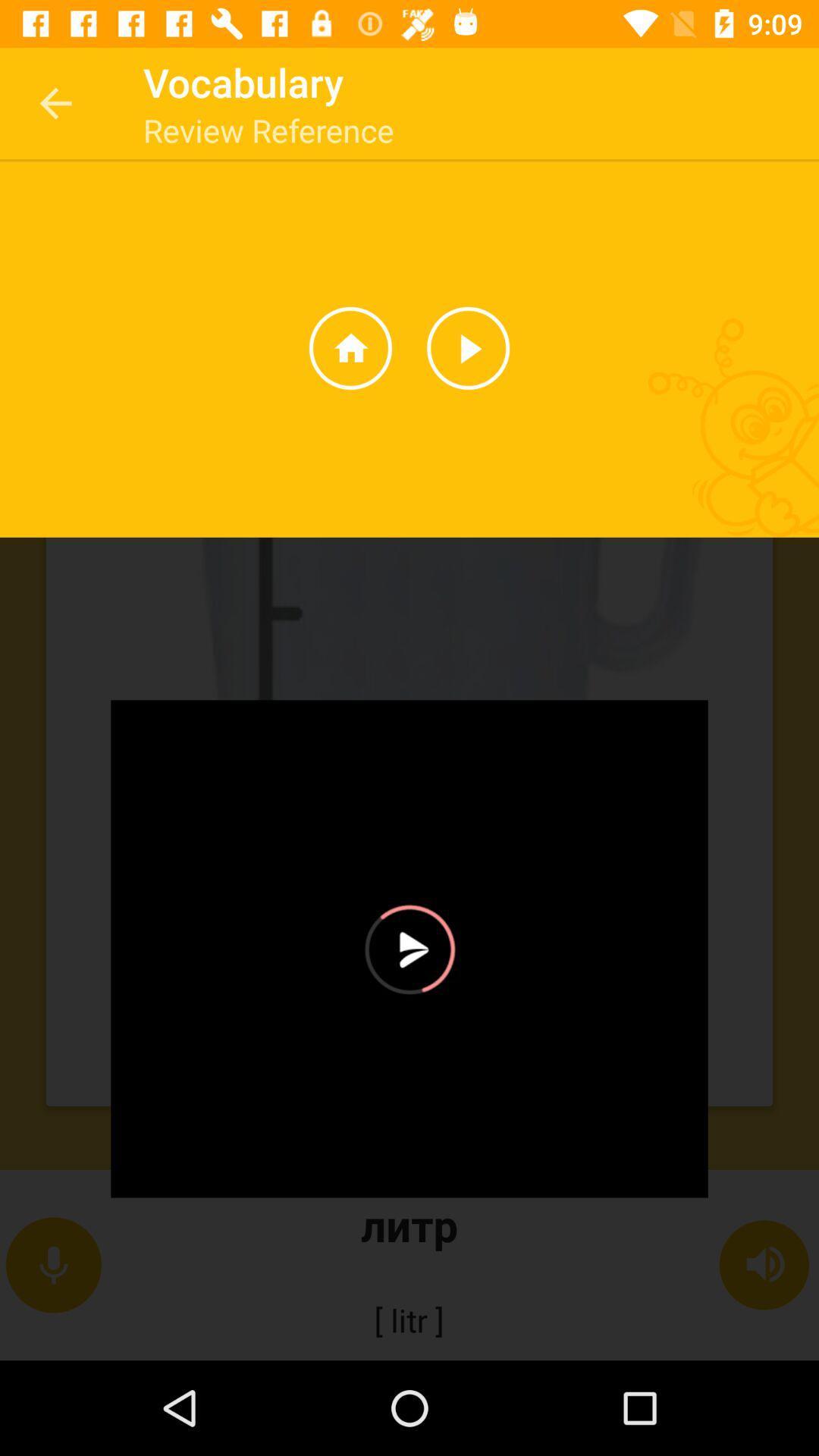 The height and width of the screenshot is (1456, 819). What do you see at coordinates (409, 664) in the screenshot?
I see `the image below review reference which consists of three options` at bounding box center [409, 664].